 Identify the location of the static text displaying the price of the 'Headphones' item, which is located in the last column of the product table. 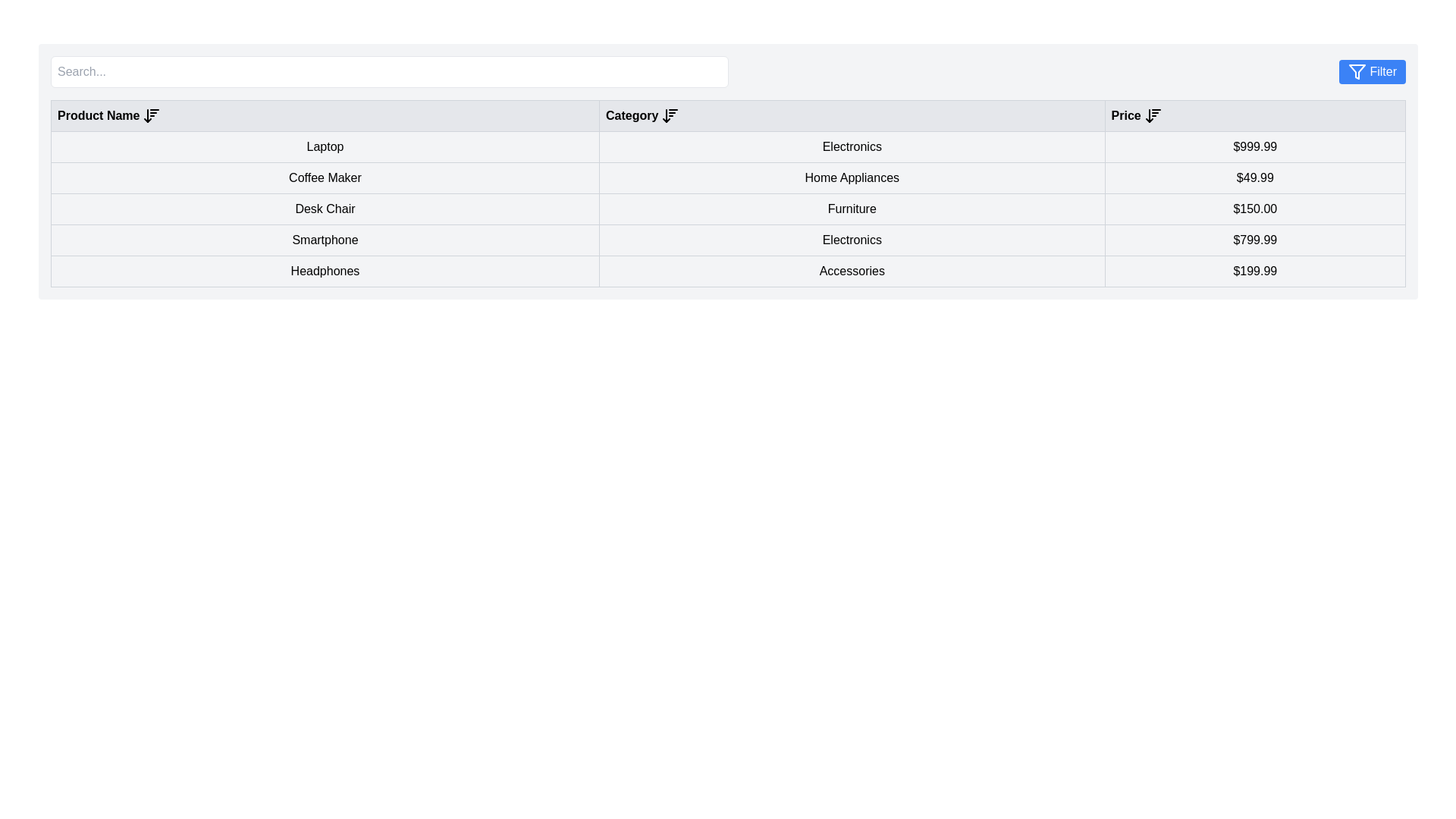
(1255, 271).